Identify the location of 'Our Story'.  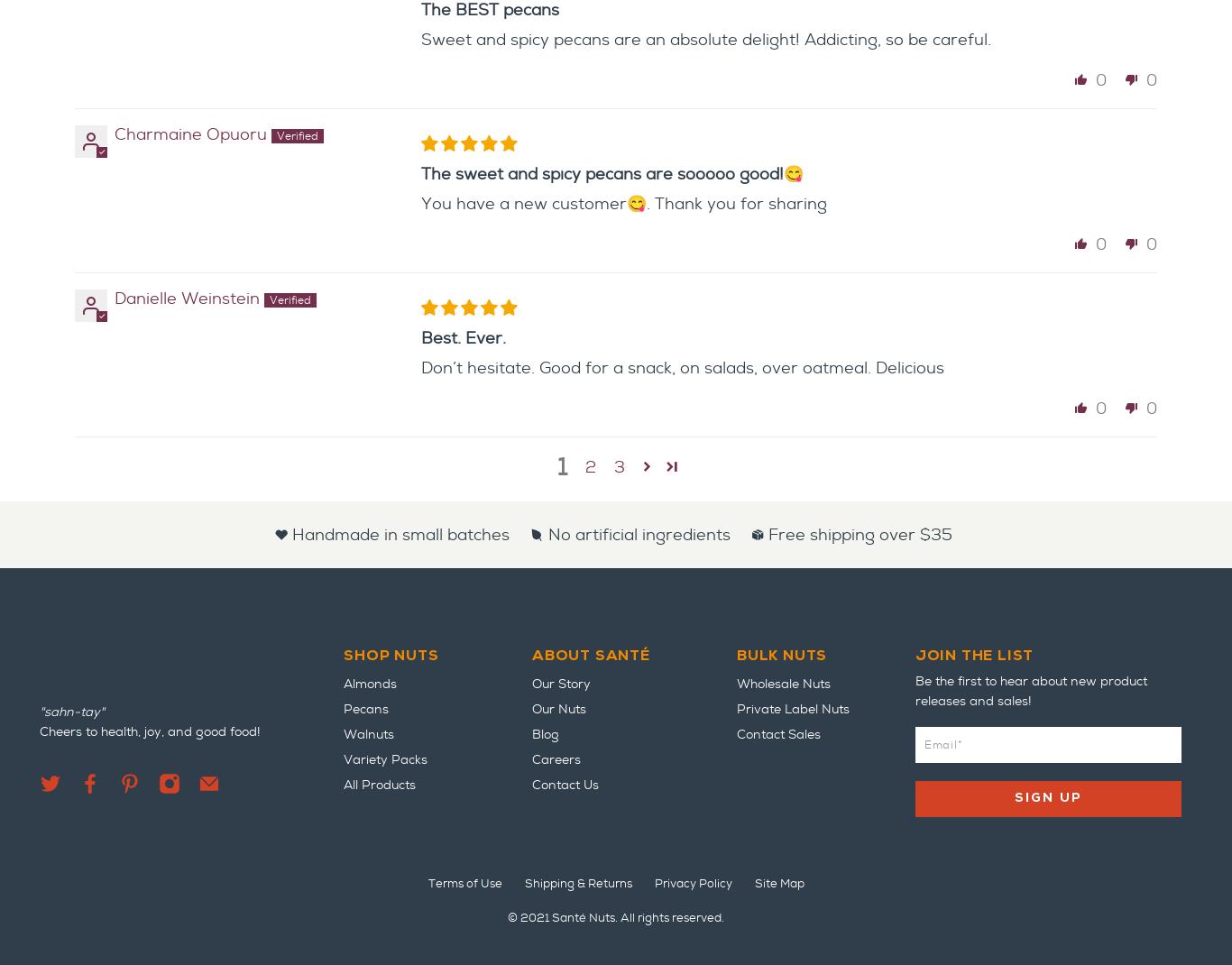
(559, 682).